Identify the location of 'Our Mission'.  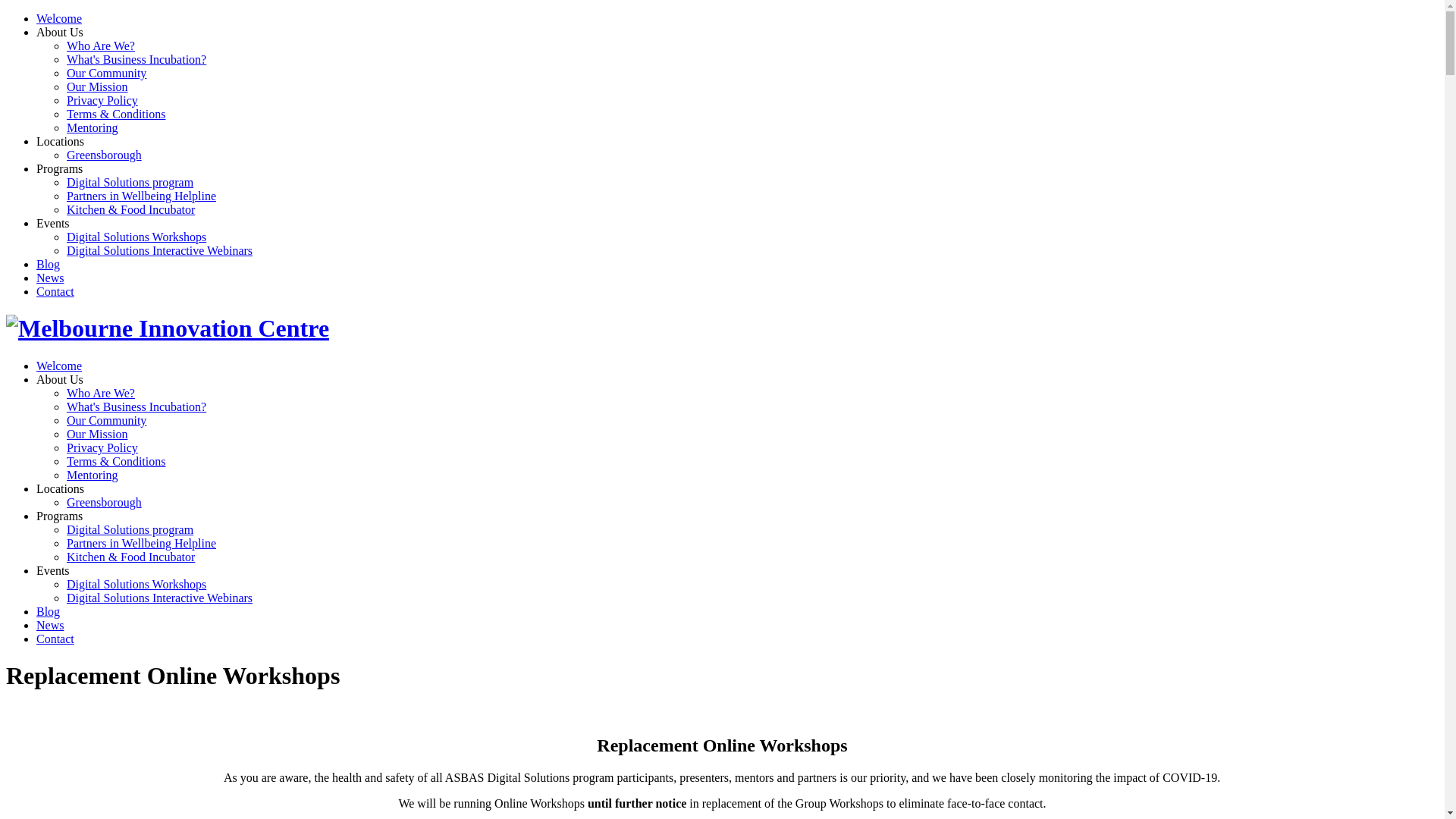
(96, 86).